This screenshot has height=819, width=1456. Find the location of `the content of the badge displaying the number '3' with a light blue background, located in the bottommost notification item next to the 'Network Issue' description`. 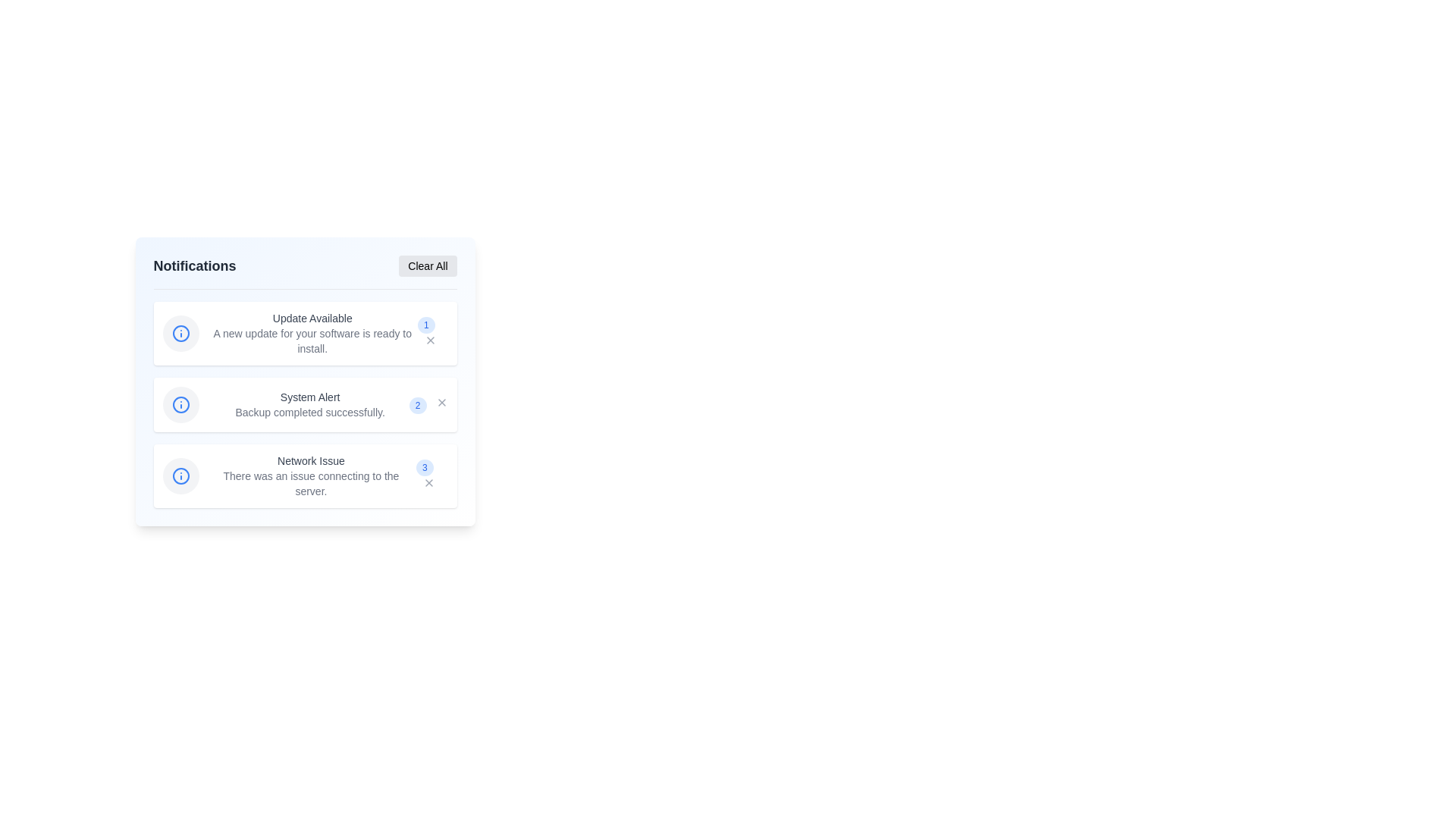

the content of the badge displaying the number '3' with a light blue background, located in the bottommost notification item next to the 'Network Issue' description is located at coordinates (425, 467).